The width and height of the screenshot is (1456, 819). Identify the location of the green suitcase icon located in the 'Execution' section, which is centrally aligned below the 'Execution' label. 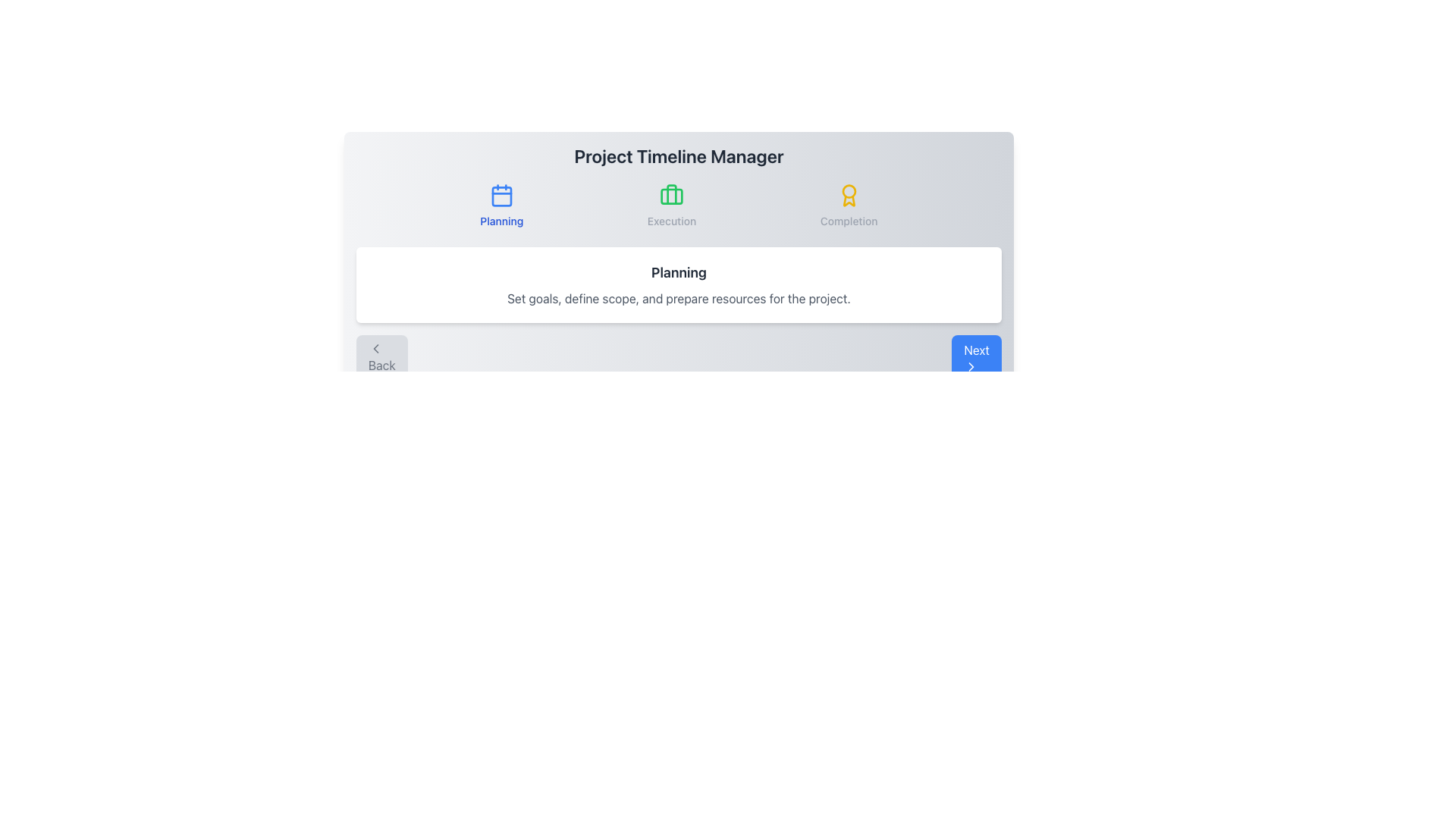
(671, 195).